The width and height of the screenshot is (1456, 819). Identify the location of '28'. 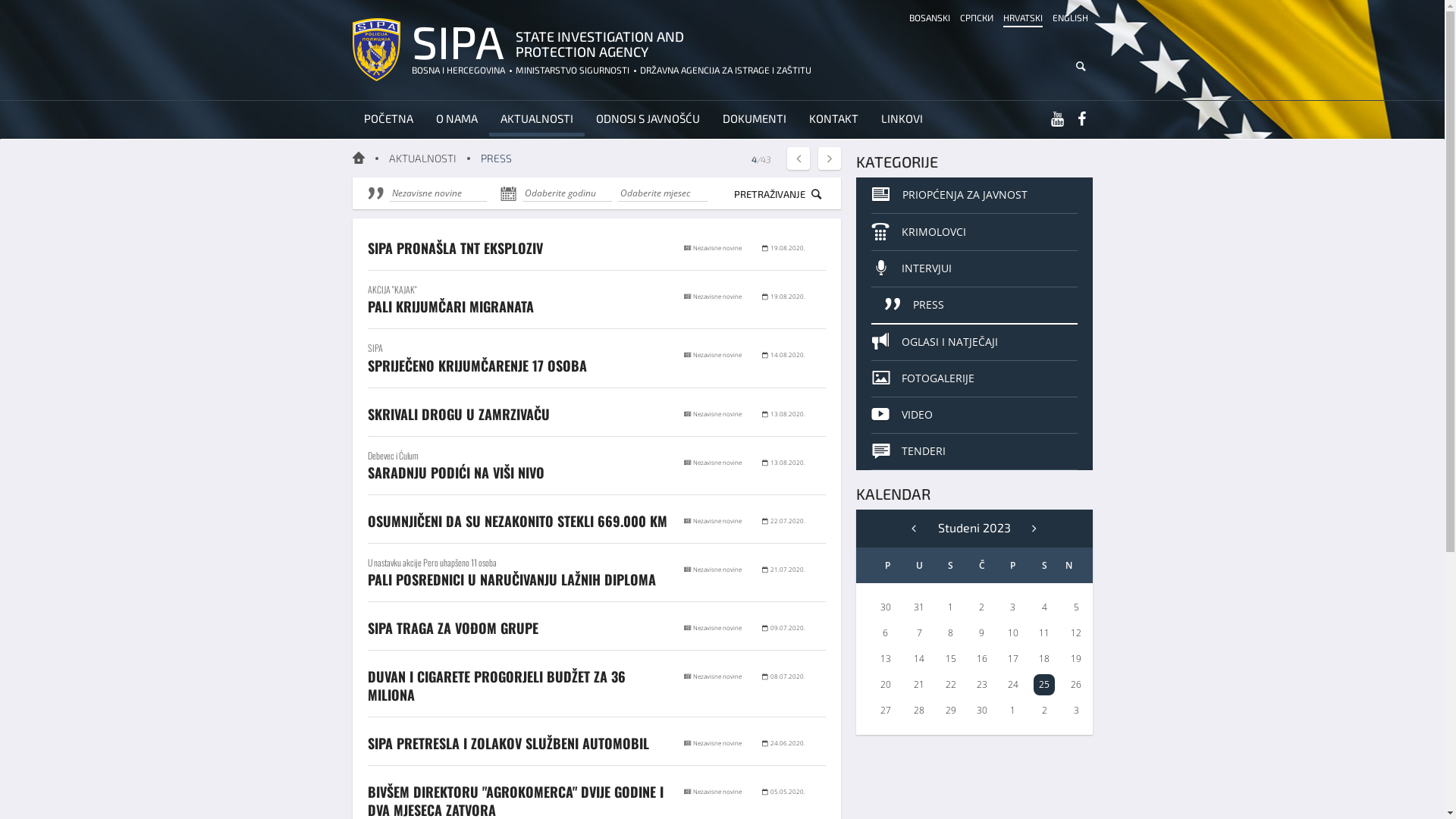
(918, 710).